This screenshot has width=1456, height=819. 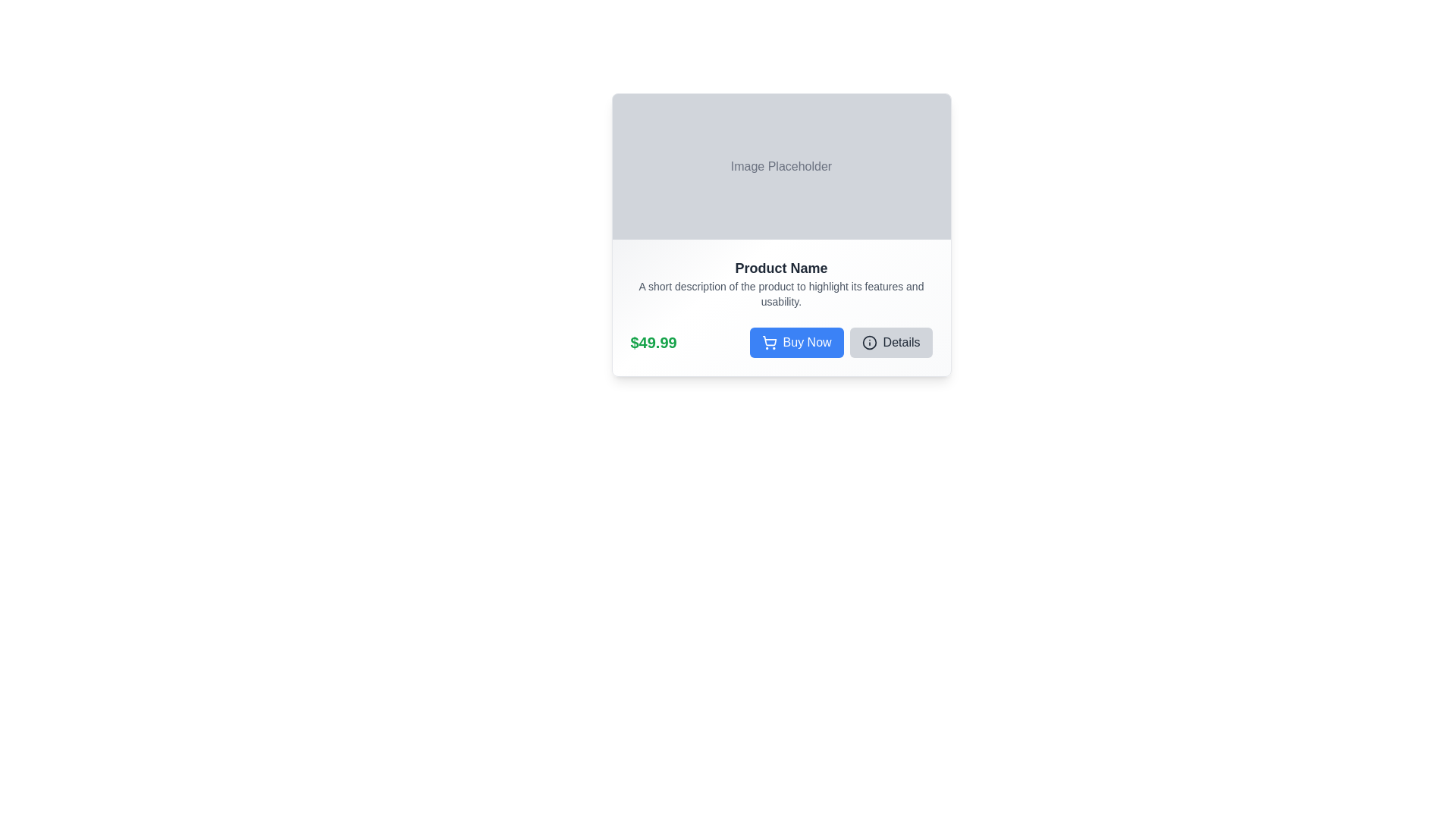 I want to click on the rounded rectangular button labeled 'Details' with a gray background, so click(x=891, y=342).